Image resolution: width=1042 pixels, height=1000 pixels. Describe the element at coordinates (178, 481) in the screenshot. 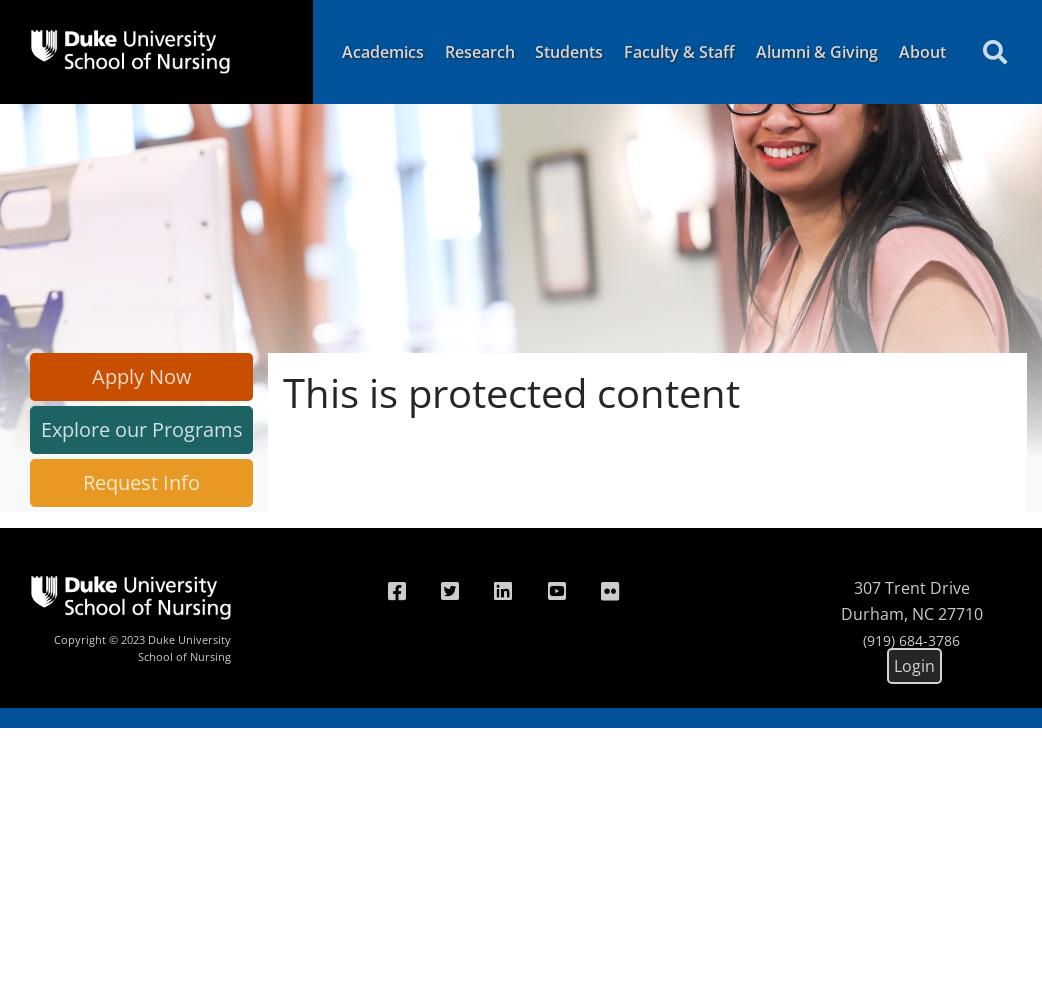

I see `'Info'` at that location.